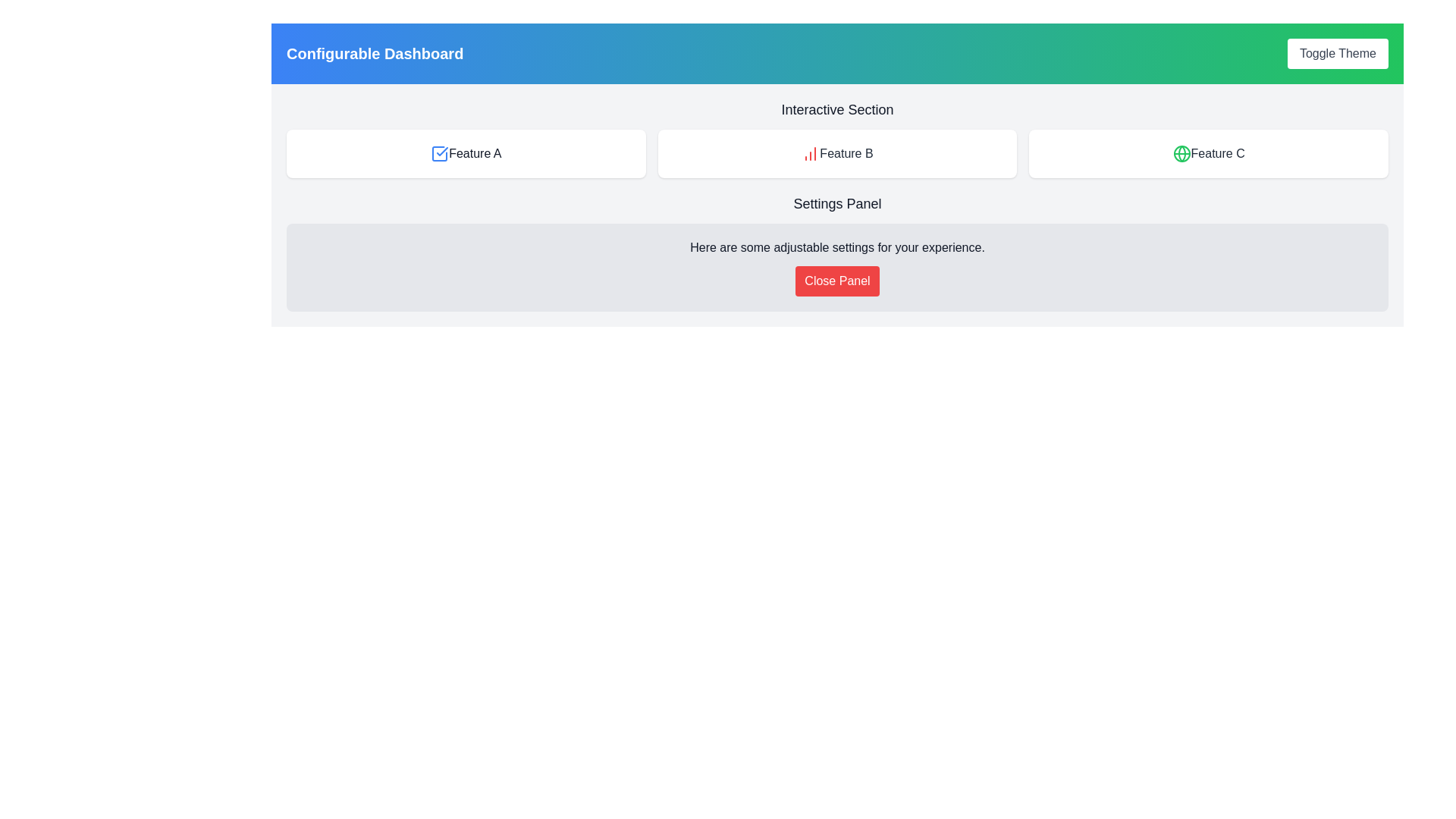  I want to click on the static informational display button labeled 'Feature C', which is a rectangular button with a white background, rounded corners, and contains the text styled in dark gray, positioned to the right of a green globe icon, so click(1208, 154).